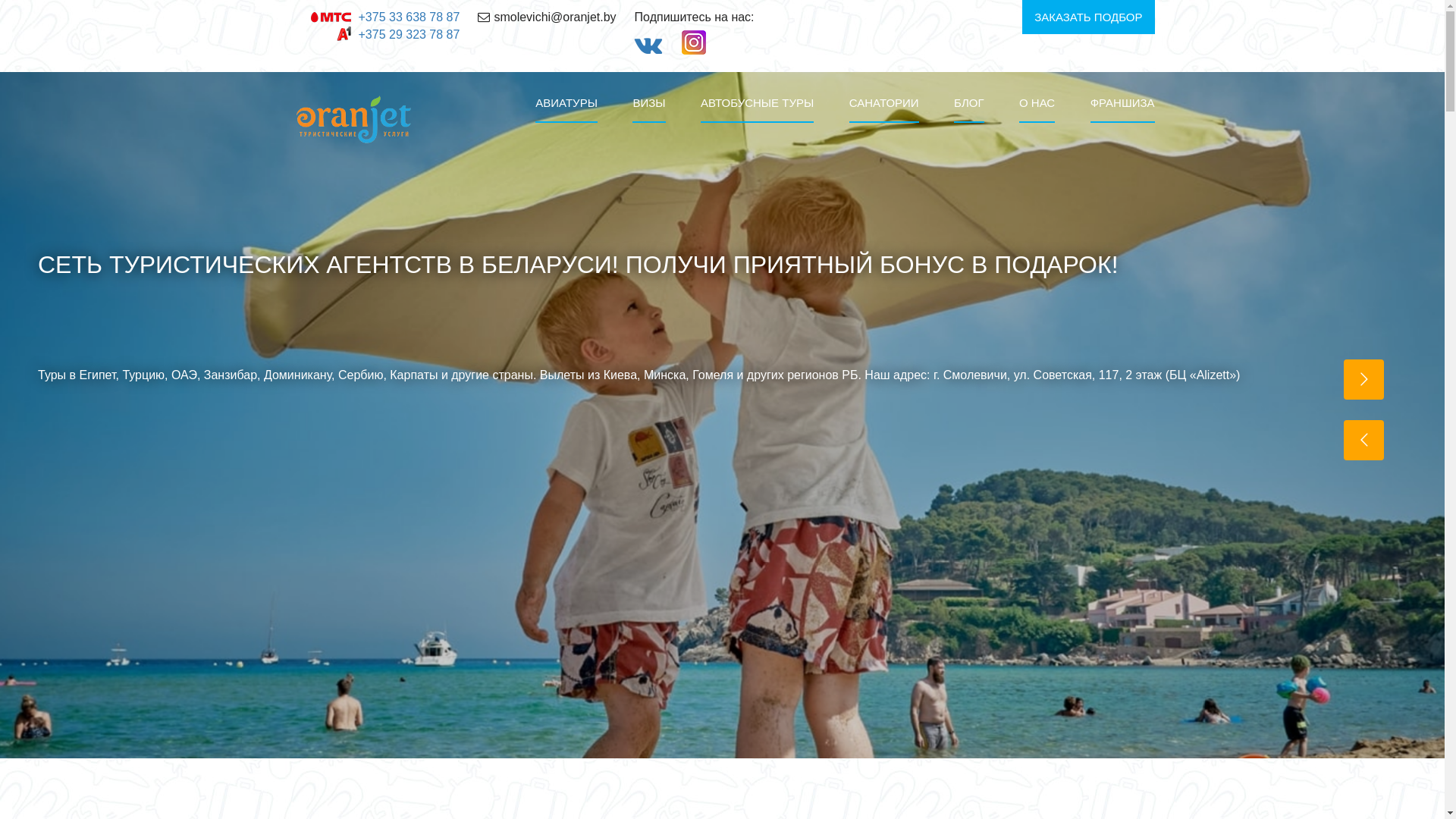 The width and height of the screenshot is (1456, 819). I want to click on '+375 33 638 78 87', so click(408, 17).